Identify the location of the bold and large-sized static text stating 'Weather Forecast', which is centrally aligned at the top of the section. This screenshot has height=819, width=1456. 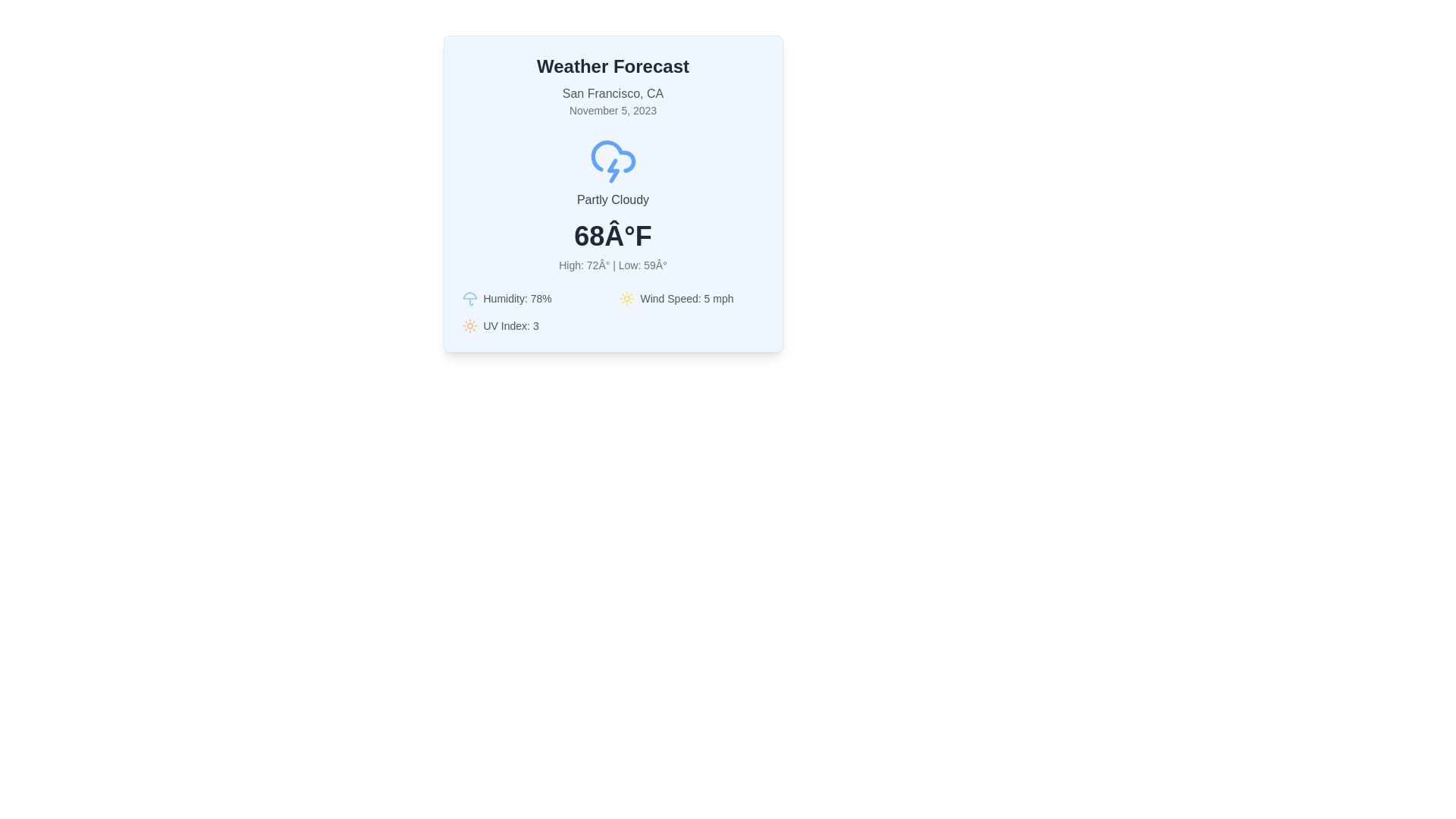
(613, 66).